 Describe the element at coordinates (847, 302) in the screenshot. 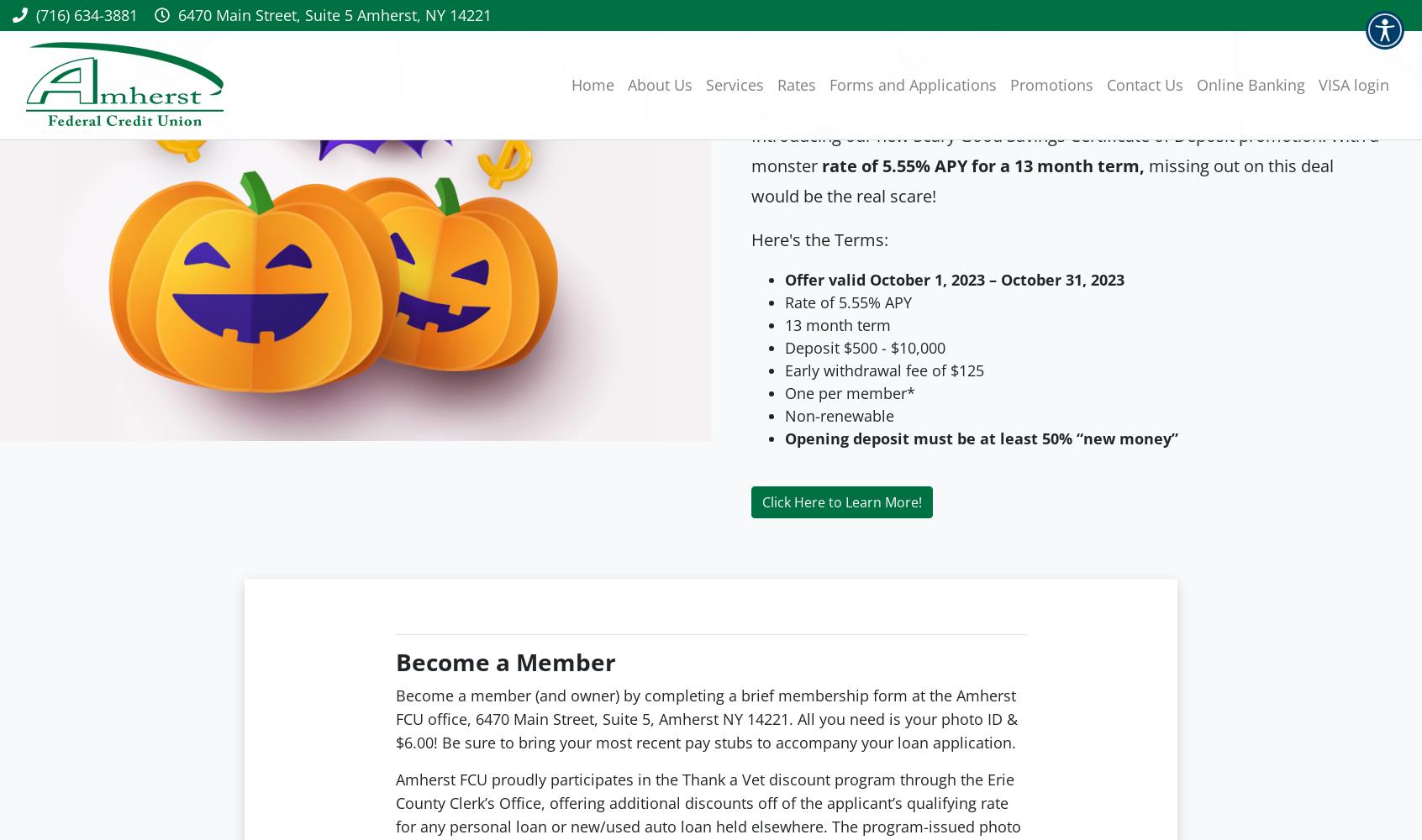

I see `'Rate of 5.55% APY'` at that location.